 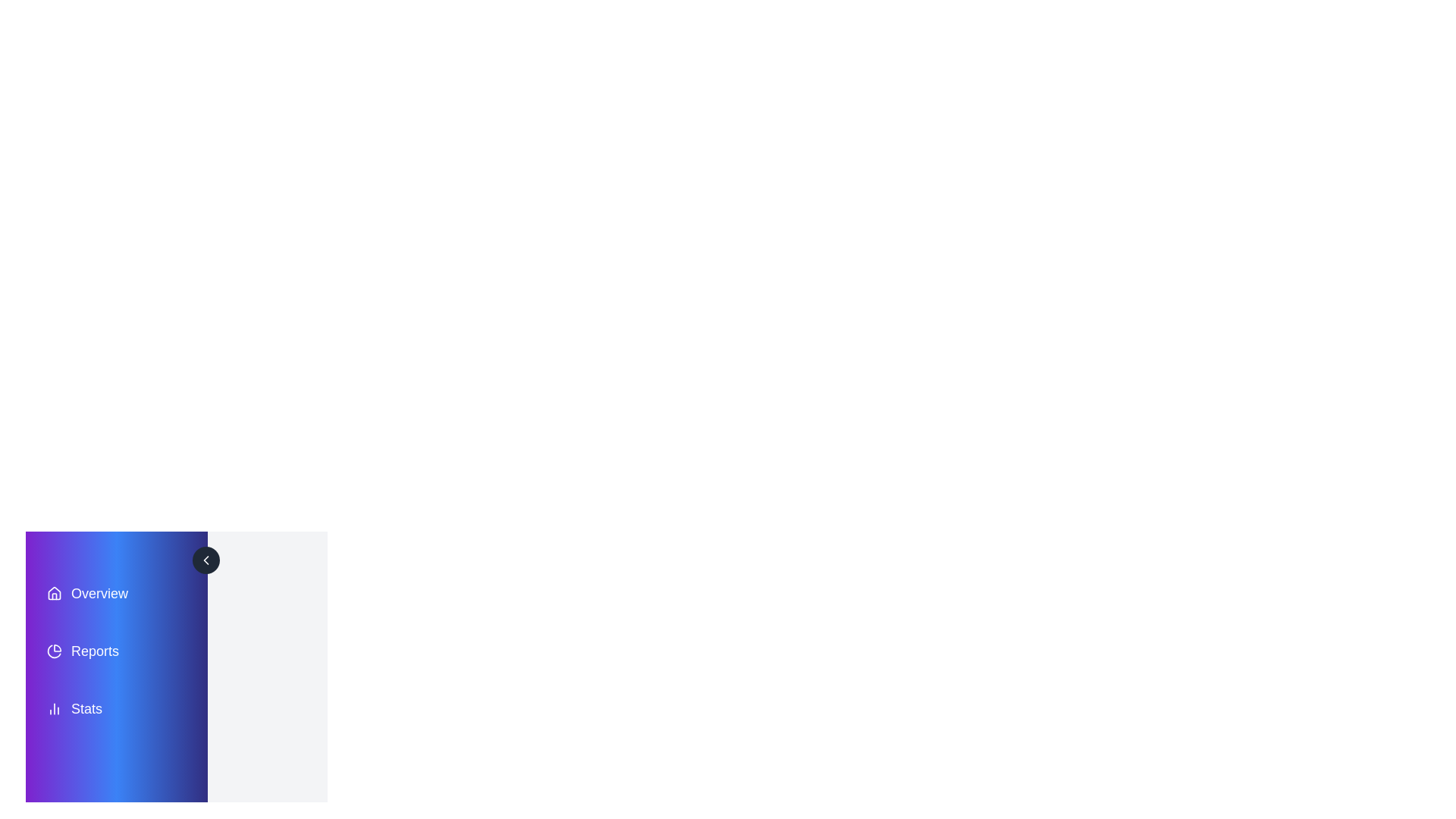 What do you see at coordinates (115, 593) in the screenshot?
I see `the menu item labeled Overview to view its hover effect` at bounding box center [115, 593].